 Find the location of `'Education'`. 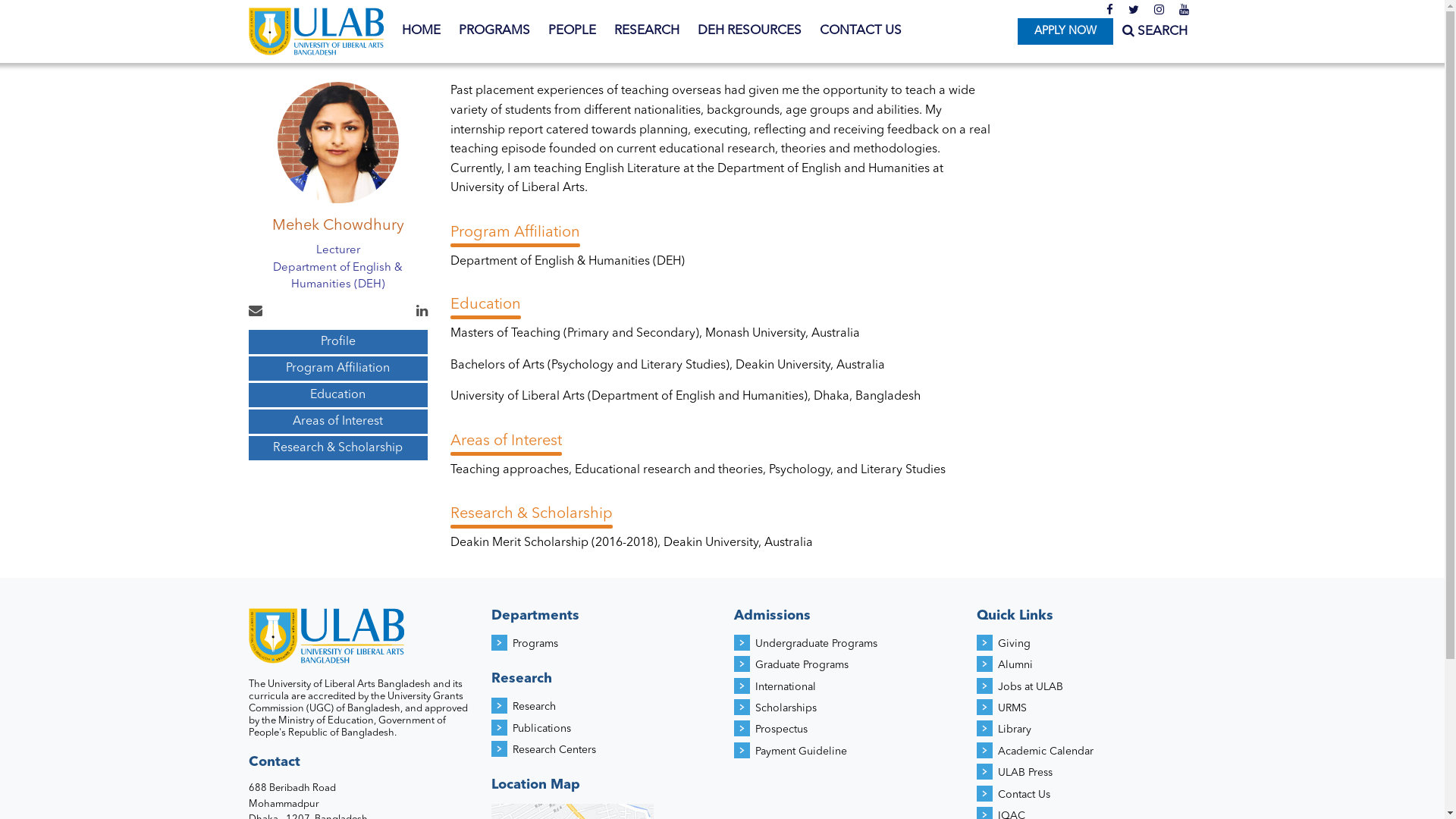

'Education' is located at coordinates (337, 394).